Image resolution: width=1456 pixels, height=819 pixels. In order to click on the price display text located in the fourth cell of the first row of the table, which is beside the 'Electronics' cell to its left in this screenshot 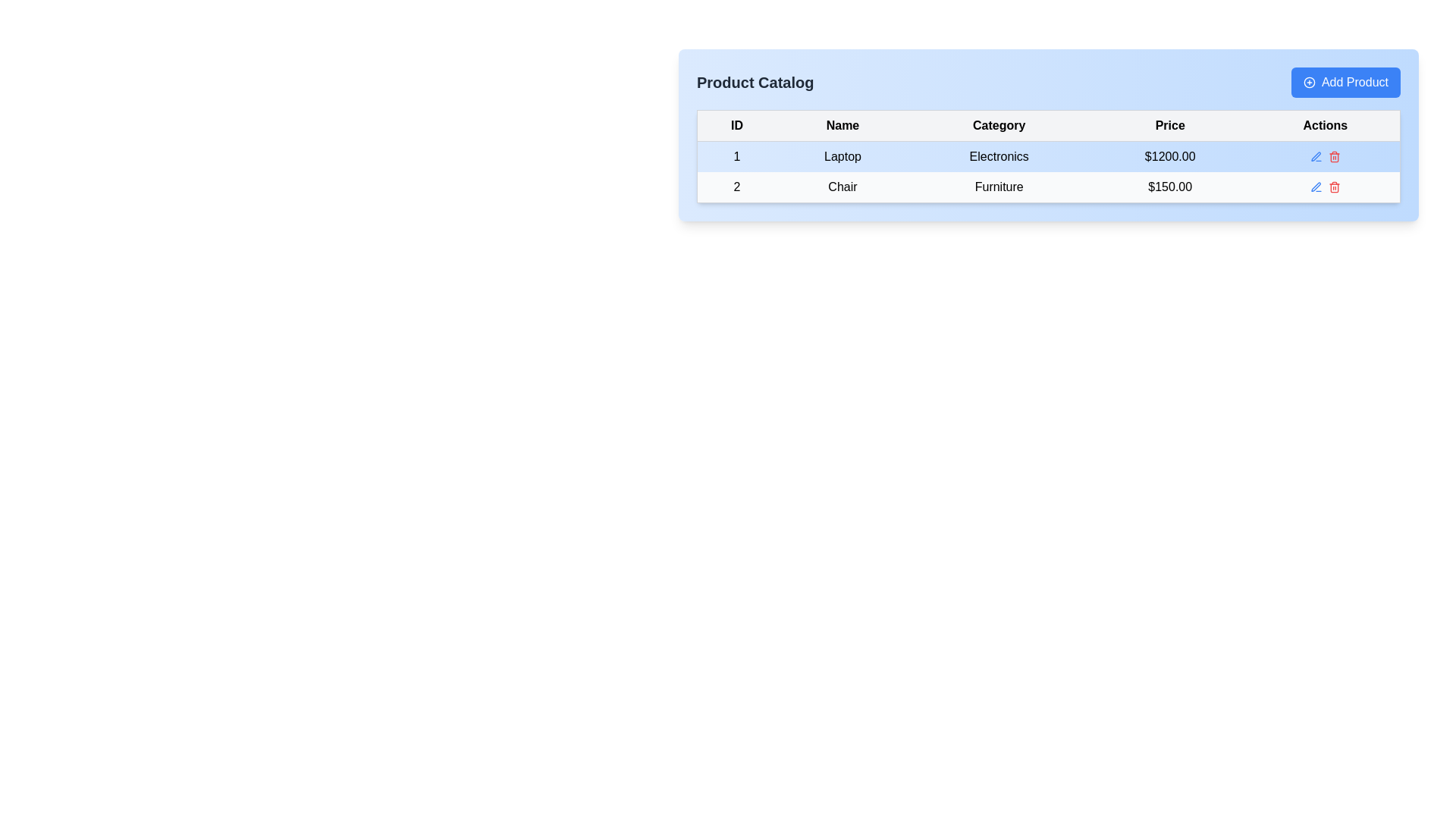, I will do `click(1169, 156)`.